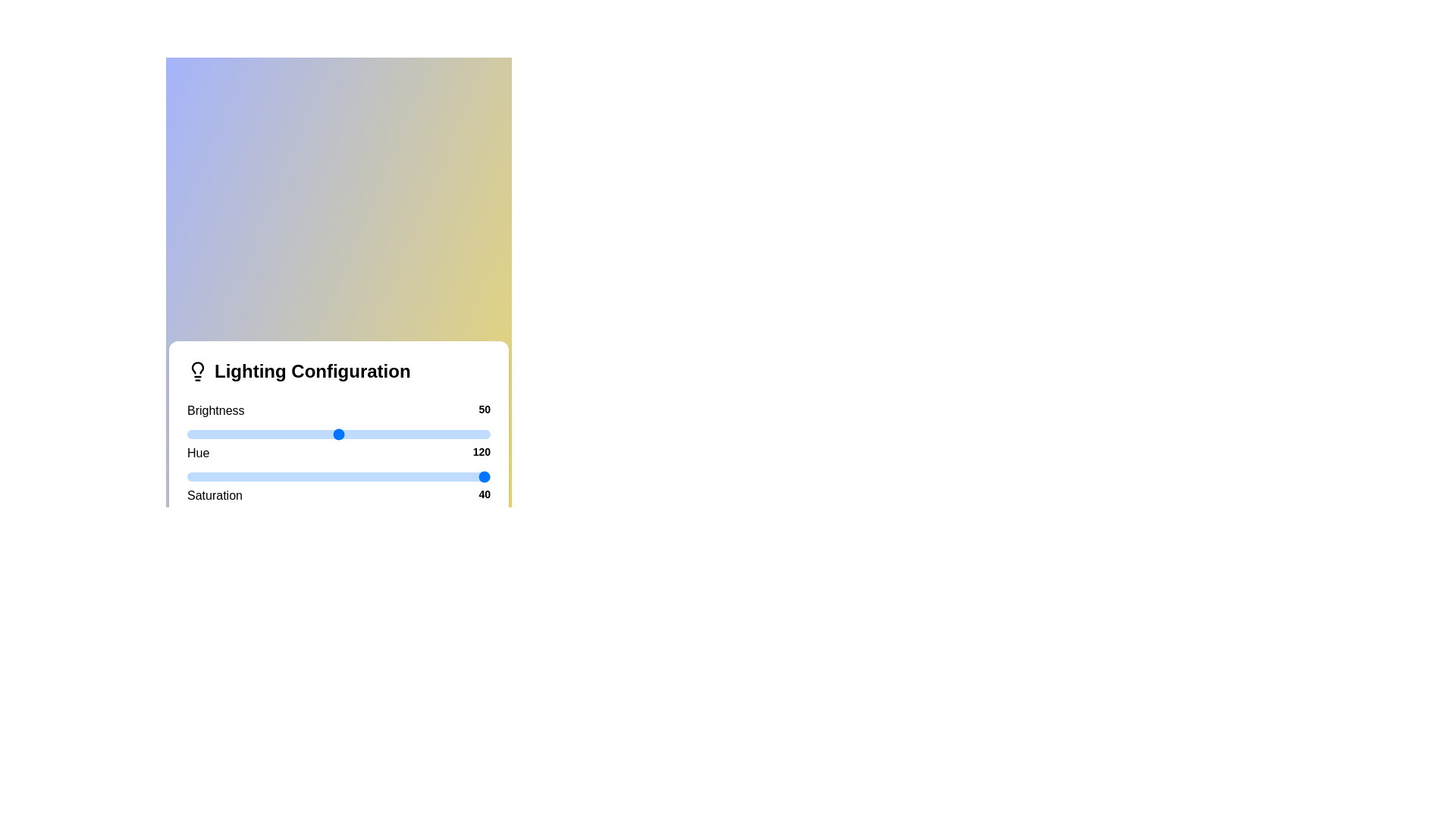 The width and height of the screenshot is (1456, 819). Describe the element at coordinates (287, 435) in the screenshot. I see `the brightness slider to 33 percent` at that location.